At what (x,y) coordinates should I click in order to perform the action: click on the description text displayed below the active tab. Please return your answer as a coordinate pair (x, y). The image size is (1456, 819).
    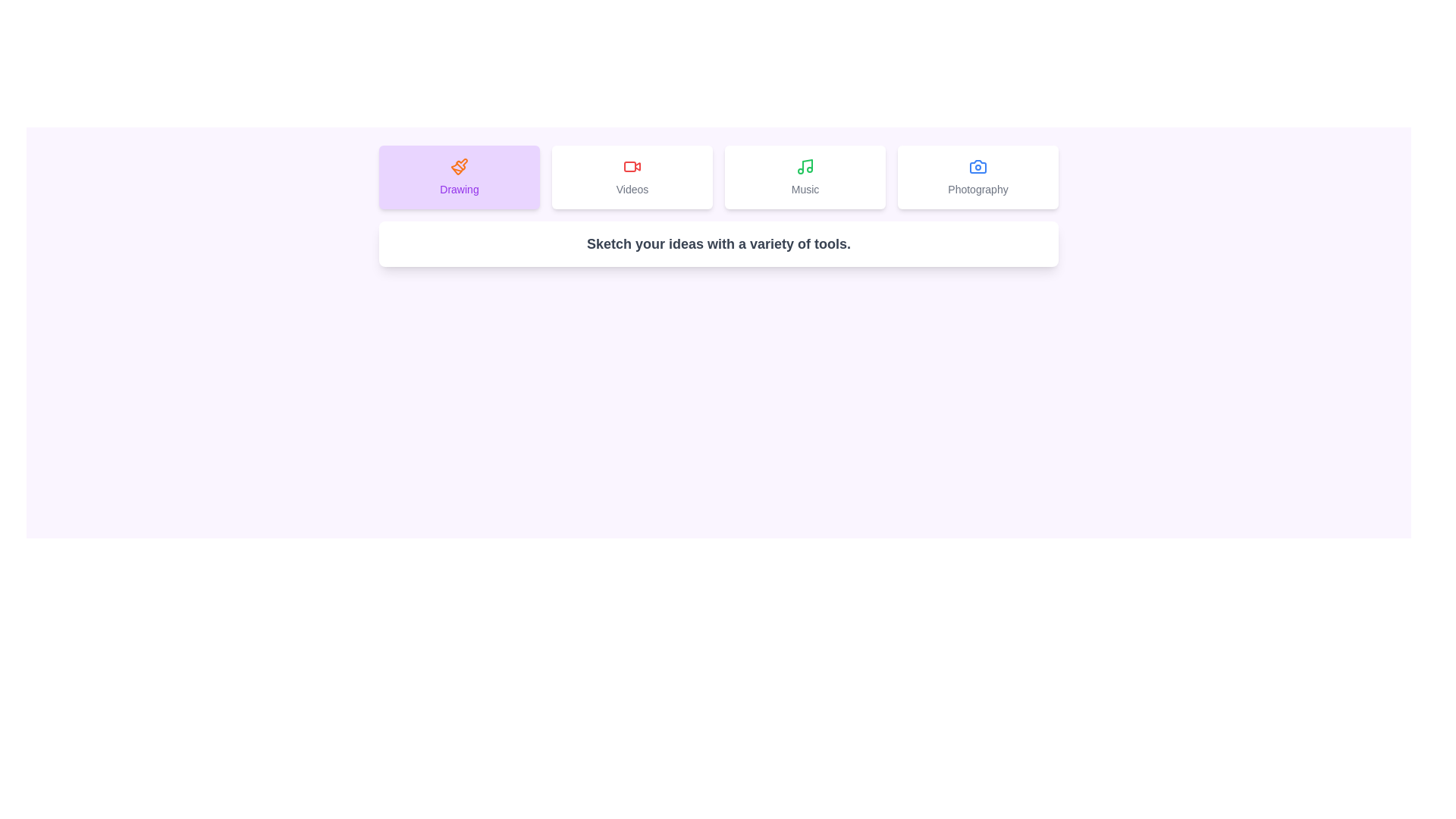
    Looking at the image, I should click on (718, 243).